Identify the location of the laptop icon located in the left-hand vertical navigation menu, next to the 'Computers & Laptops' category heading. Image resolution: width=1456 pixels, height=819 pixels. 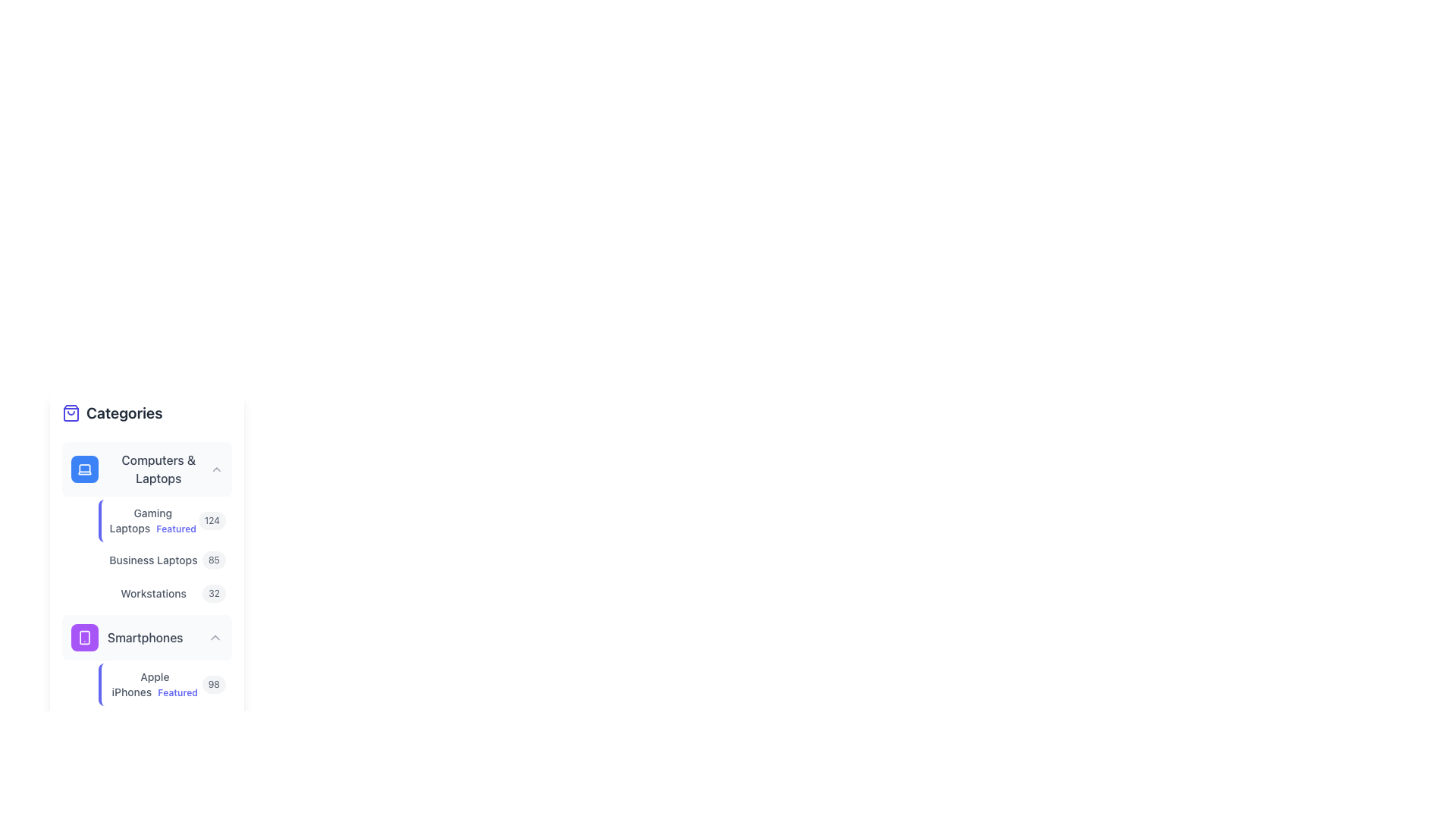
(83, 468).